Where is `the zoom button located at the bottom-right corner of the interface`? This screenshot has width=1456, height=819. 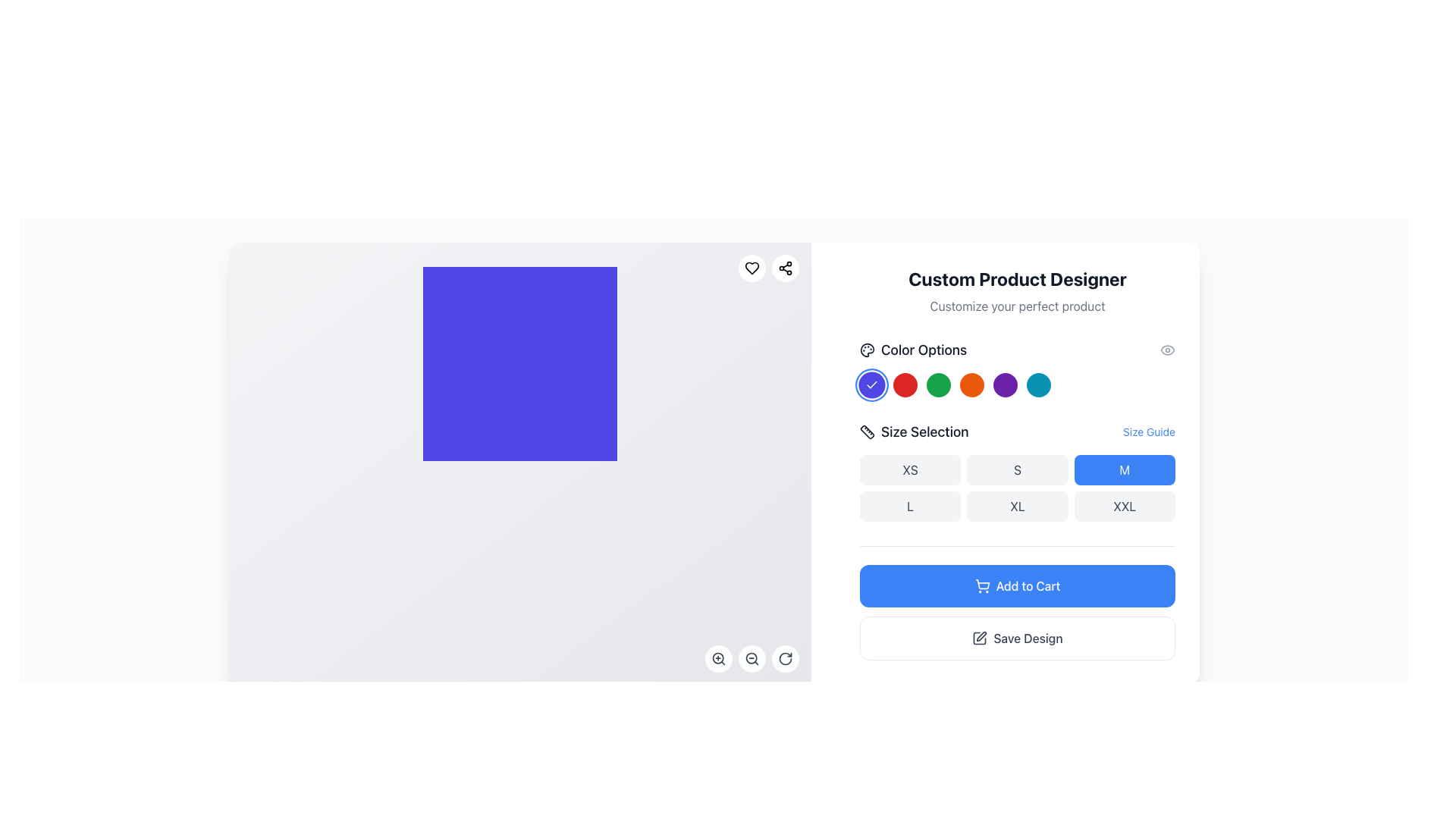
the zoom button located at the bottom-right corner of the interface is located at coordinates (718, 657).